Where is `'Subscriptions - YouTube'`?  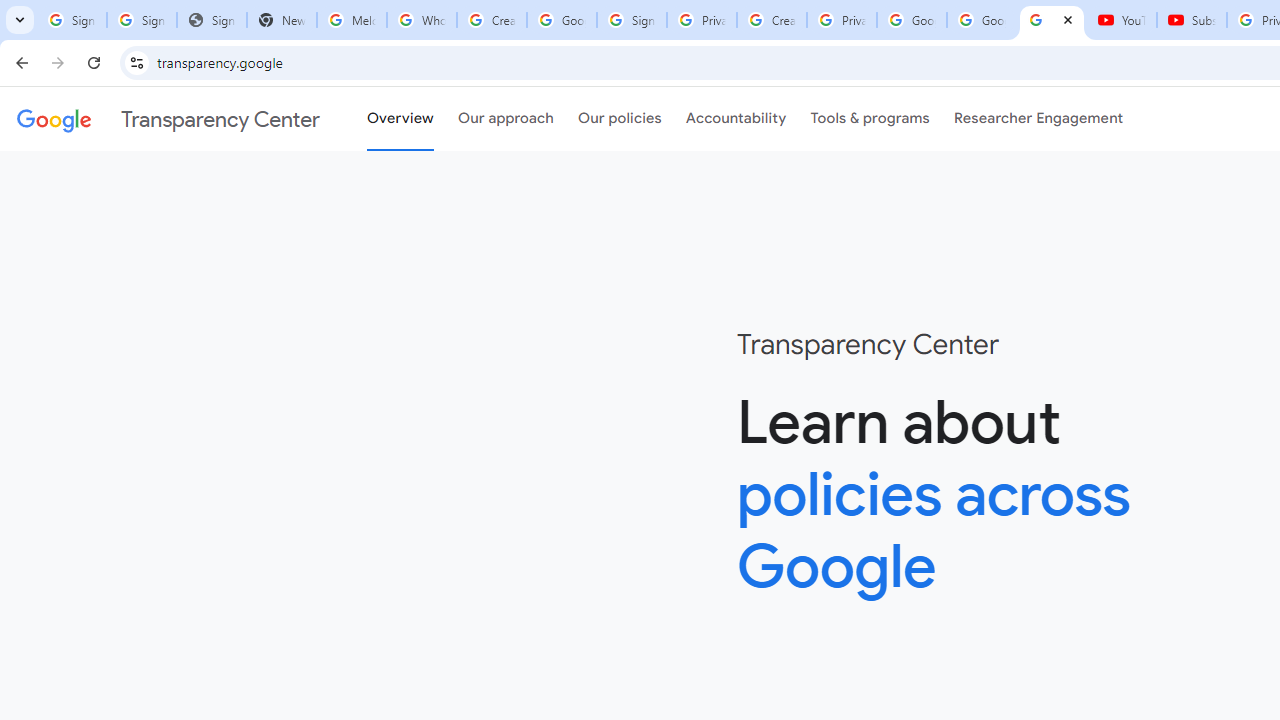 'Subscriptions - YouTube' is located at coordinates (1192, 20).